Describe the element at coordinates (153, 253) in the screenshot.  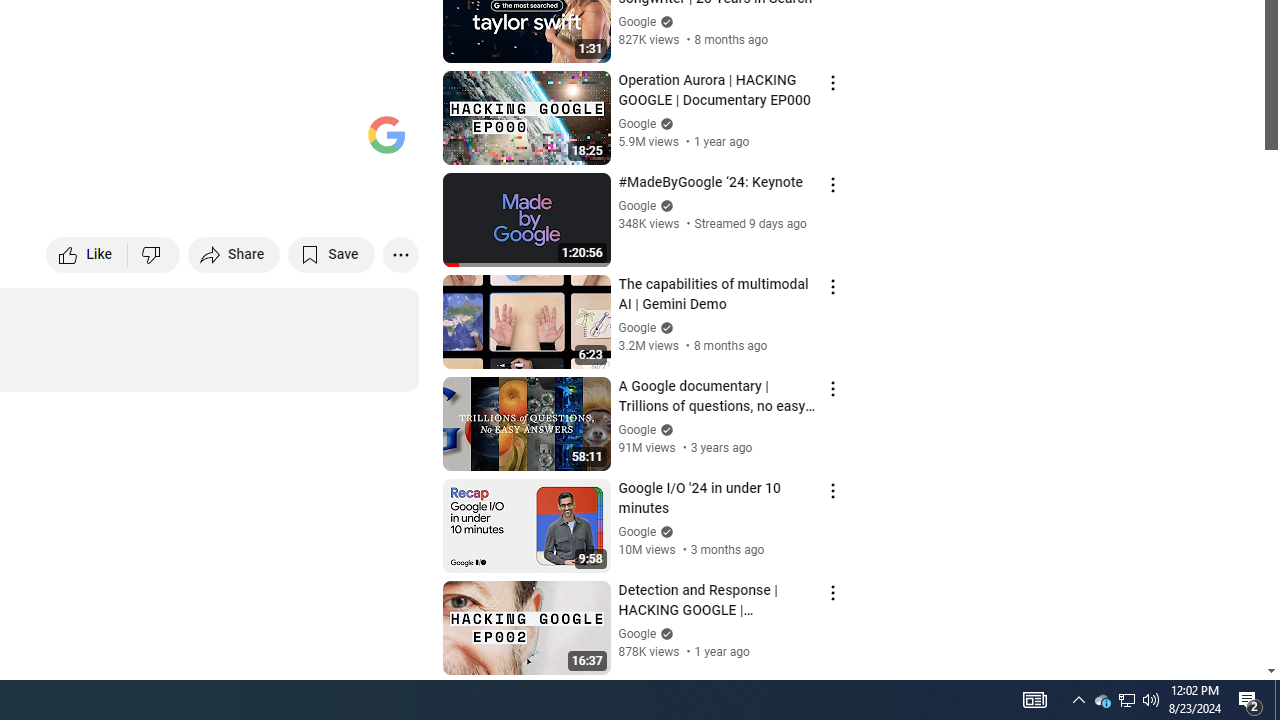
I see `'Dislike this video'` at that location.